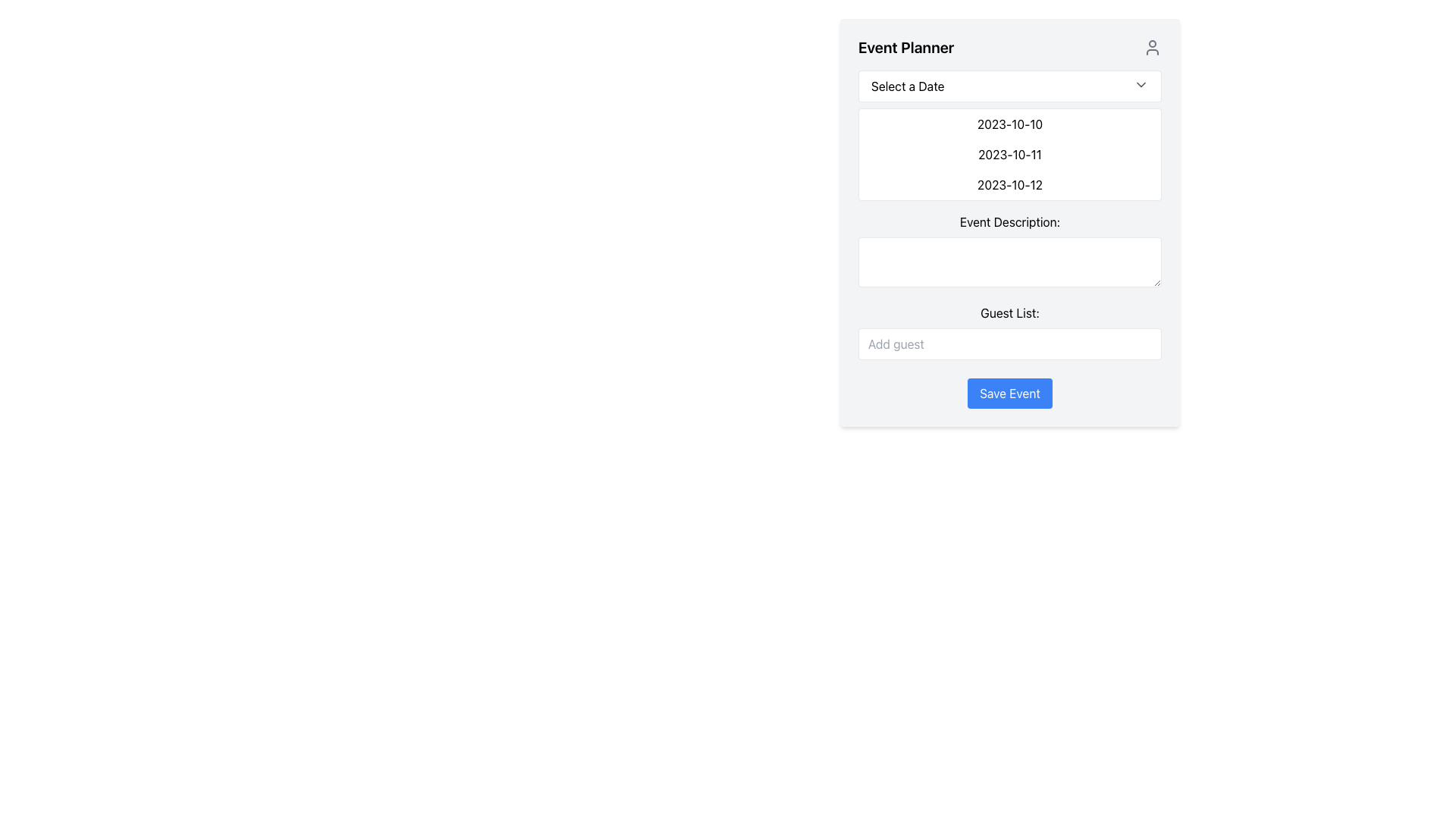 The width and height of the screenshot is (1456, 819). What do you see at coordinates (1009, 312) in the screenshot?
I see `the non-interactive text label indicating the purpose of the following text input field, which is located above the 'Add guest' field` at bounding box center [1009, 312].